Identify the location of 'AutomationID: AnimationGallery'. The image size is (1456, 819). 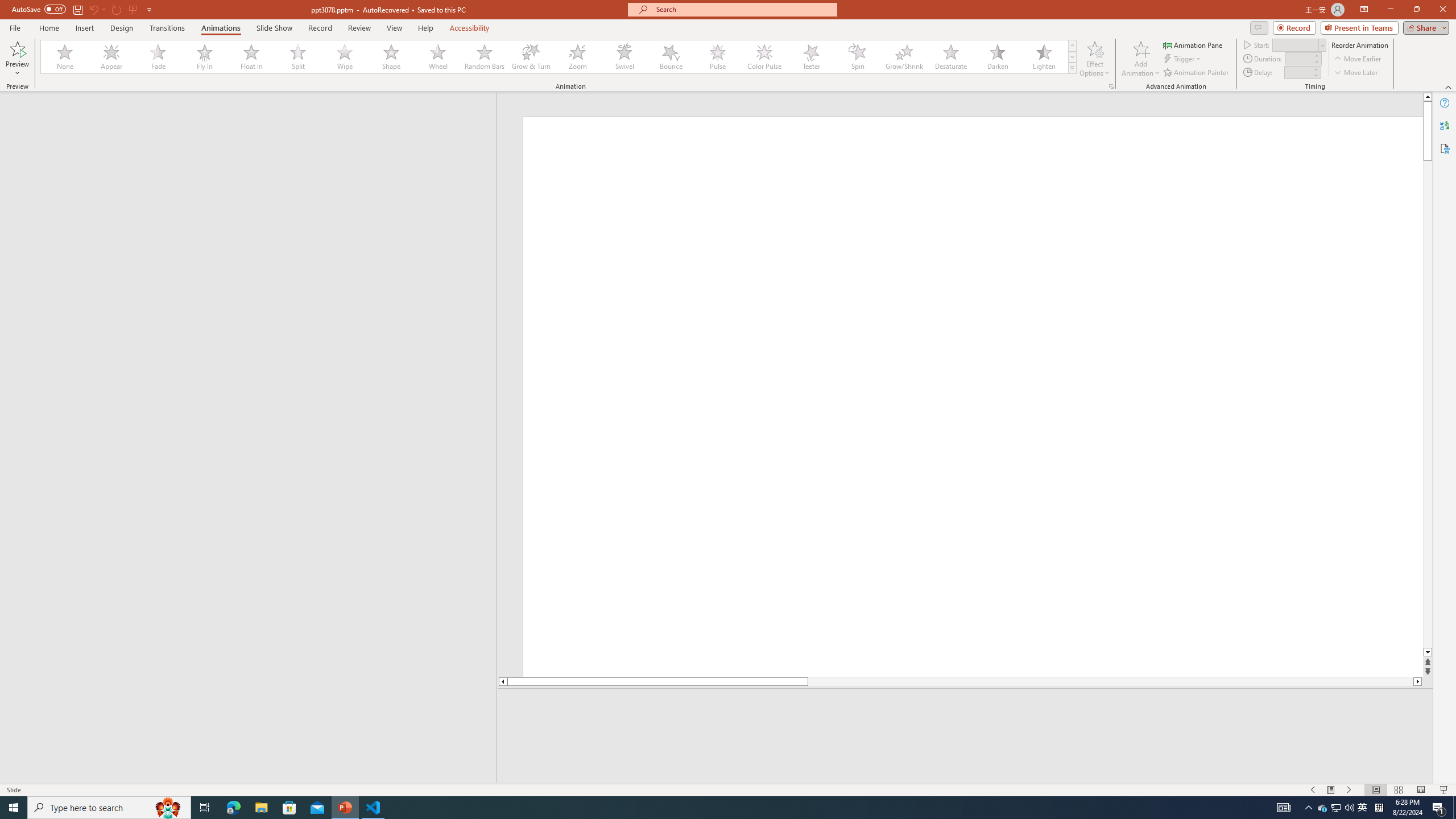
(559, 56).